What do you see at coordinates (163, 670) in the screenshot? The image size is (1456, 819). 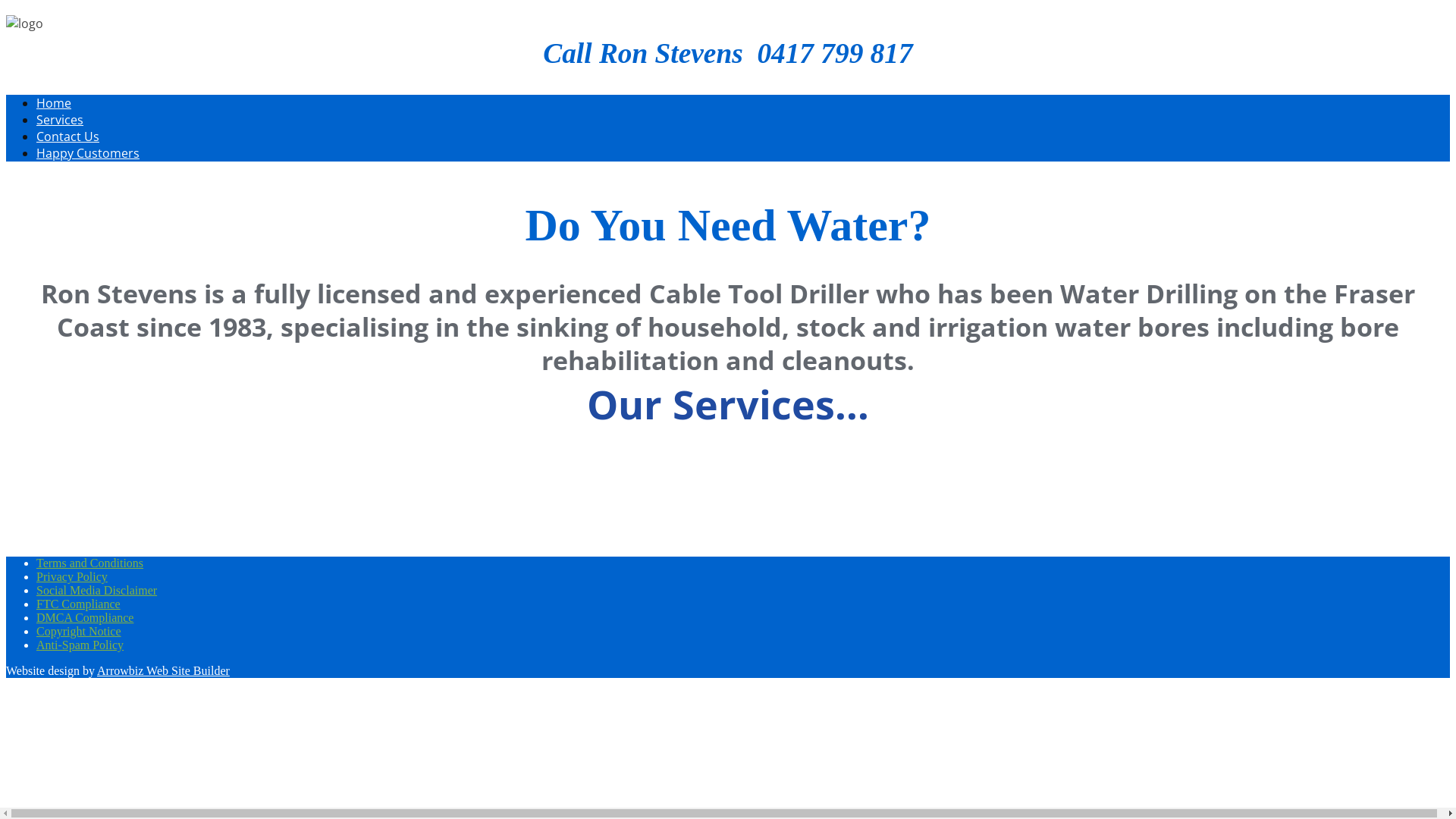 I see `'Arrowbiz Web Site Builder'` at bounding box center [163, 670].